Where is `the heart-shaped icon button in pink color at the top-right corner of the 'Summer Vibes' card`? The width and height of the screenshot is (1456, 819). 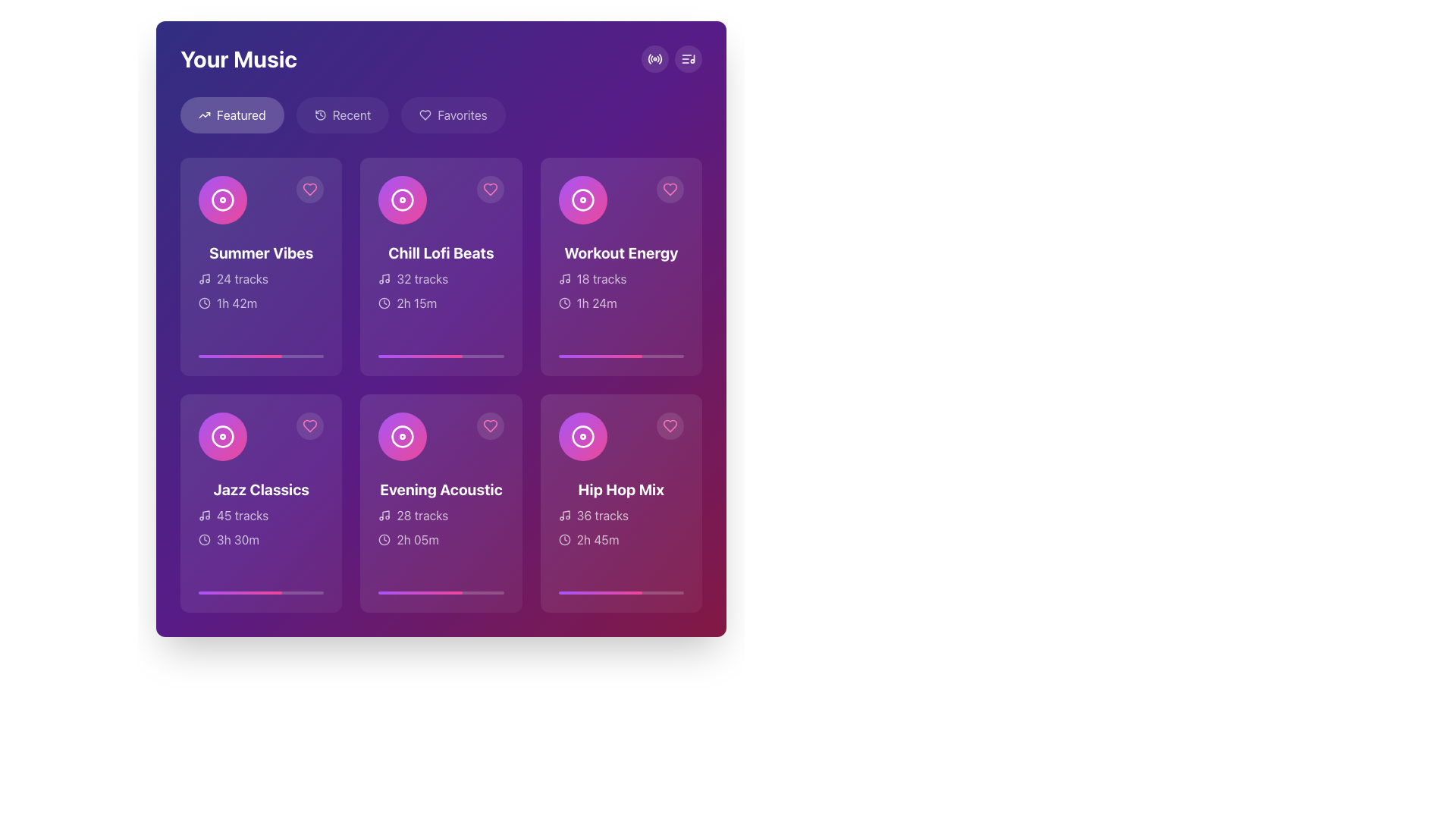
the heart-shaped icon button in pink color at the top-right corner of the 'Summer Vibes' card is located at coordinates (309, 189).